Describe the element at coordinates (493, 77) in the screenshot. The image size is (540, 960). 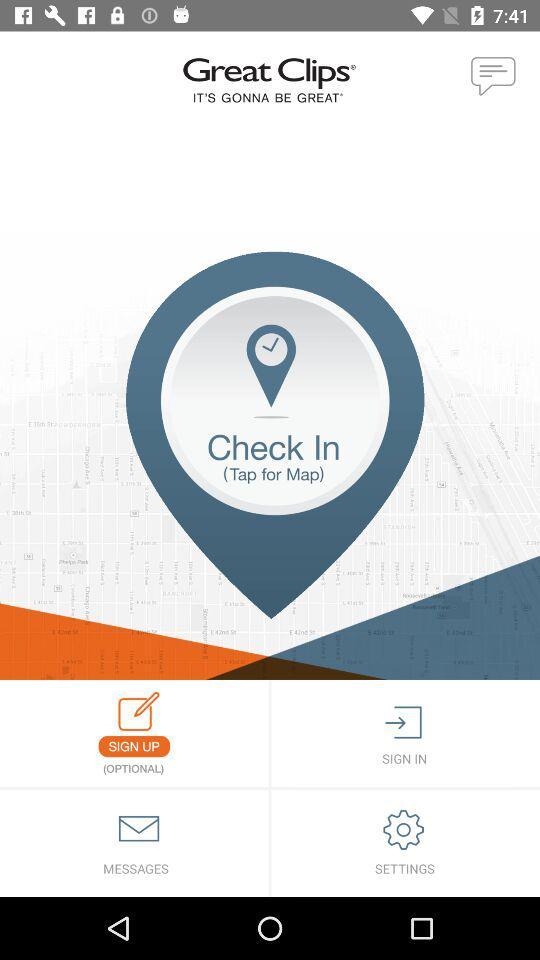
I see `icon at the top right corner` at that location.